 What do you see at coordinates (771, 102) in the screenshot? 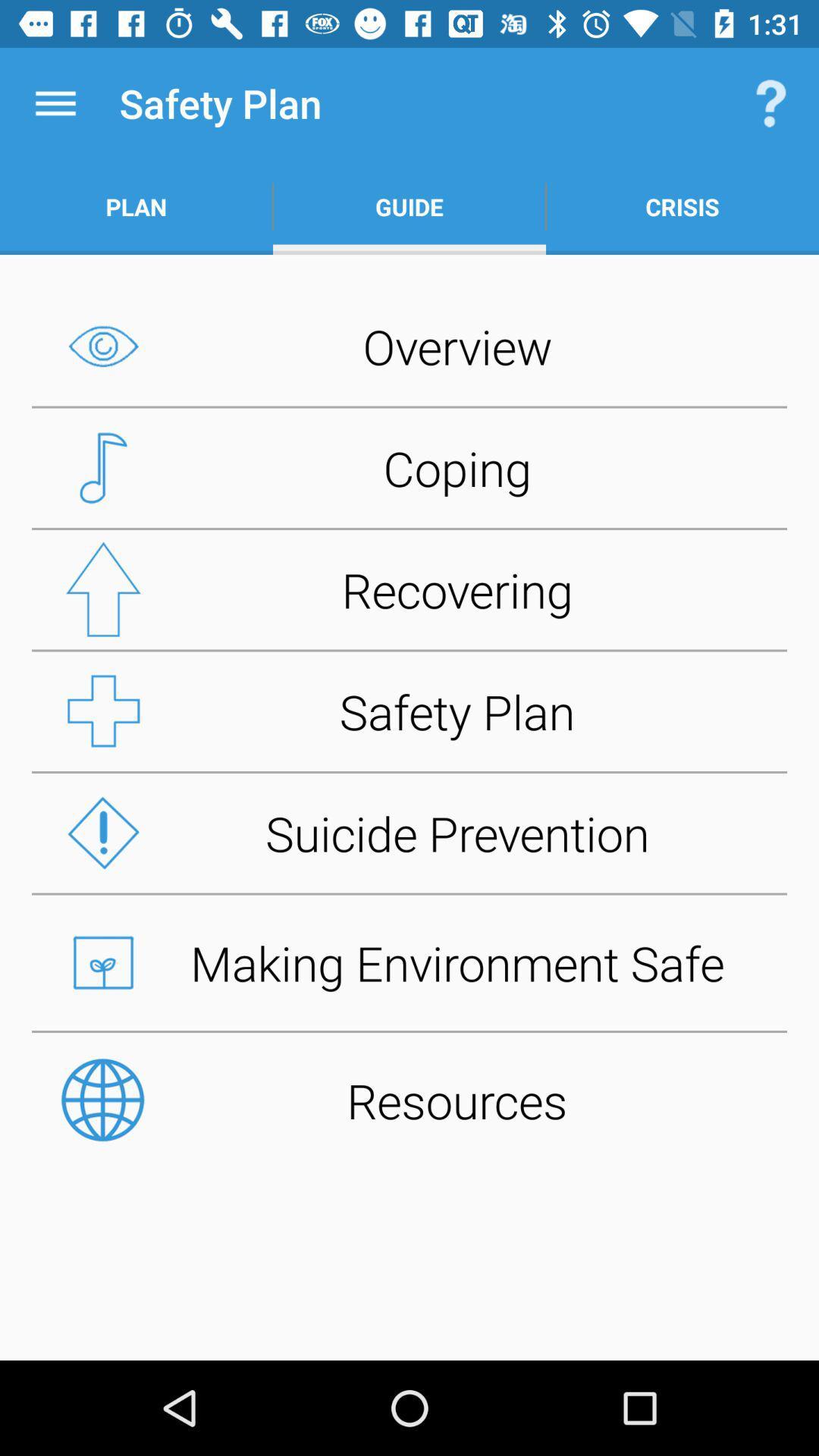
I see `icon to the right of guide item` at bounding box center [771, 102].